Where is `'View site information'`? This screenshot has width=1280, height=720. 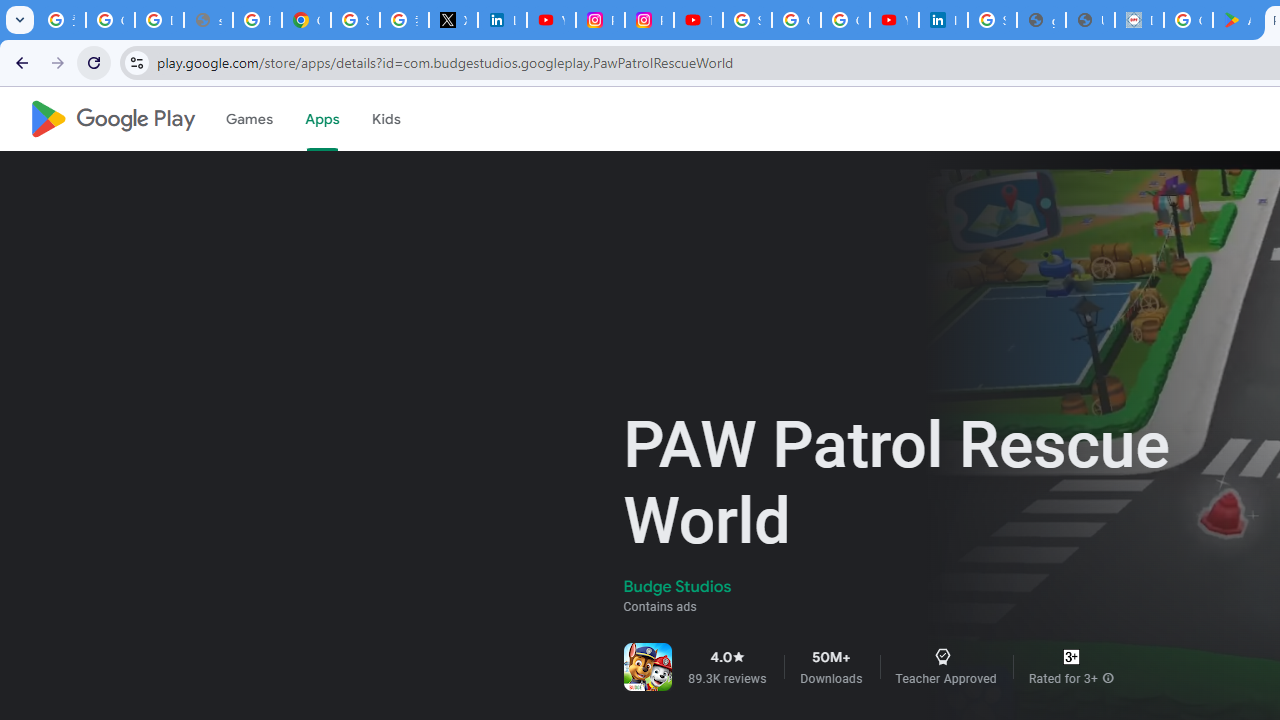 'View site information' is located at coordinates (135, 61).